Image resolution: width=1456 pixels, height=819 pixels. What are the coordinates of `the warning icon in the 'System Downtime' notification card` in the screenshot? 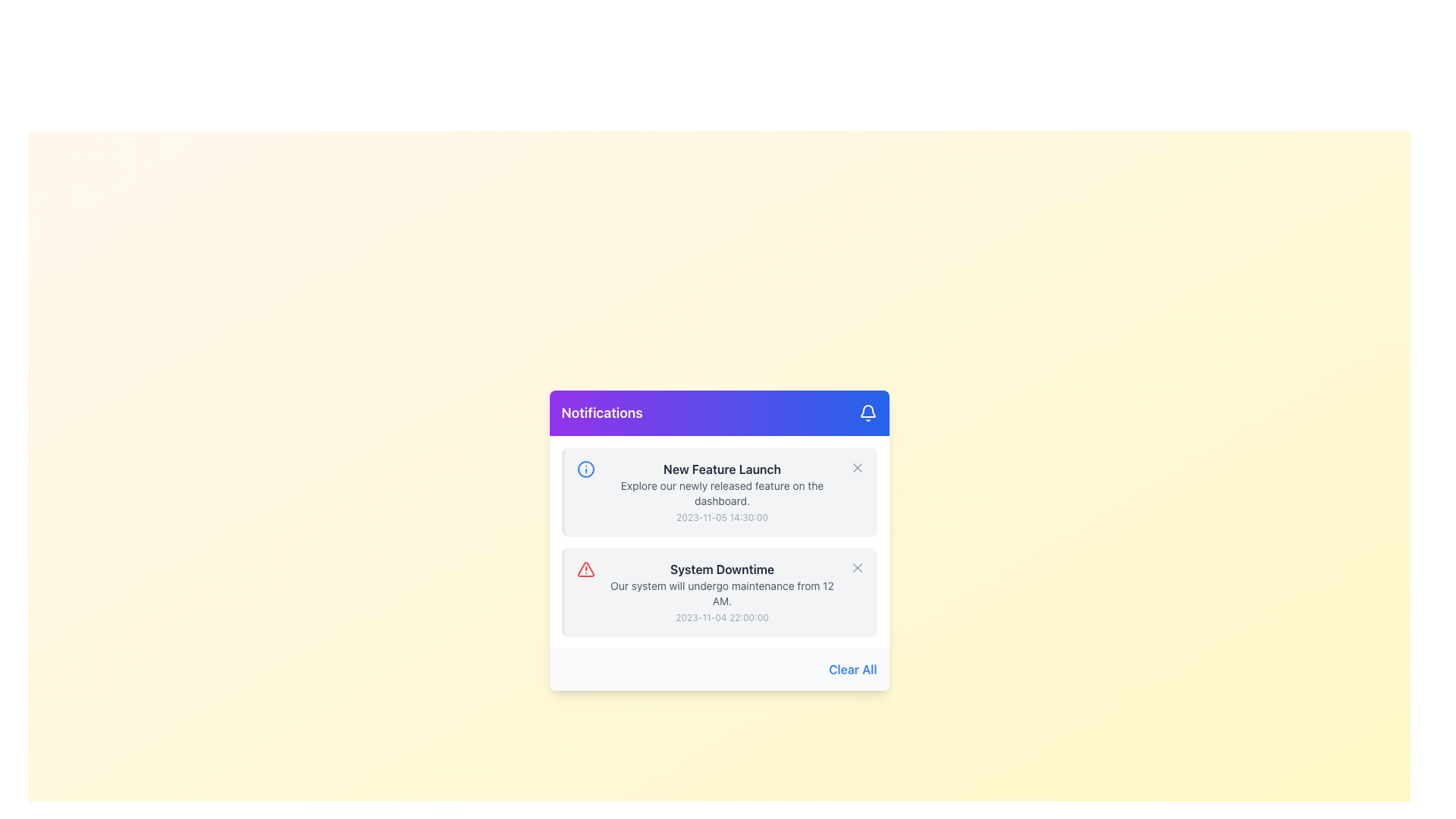 It's located at (585, 570).